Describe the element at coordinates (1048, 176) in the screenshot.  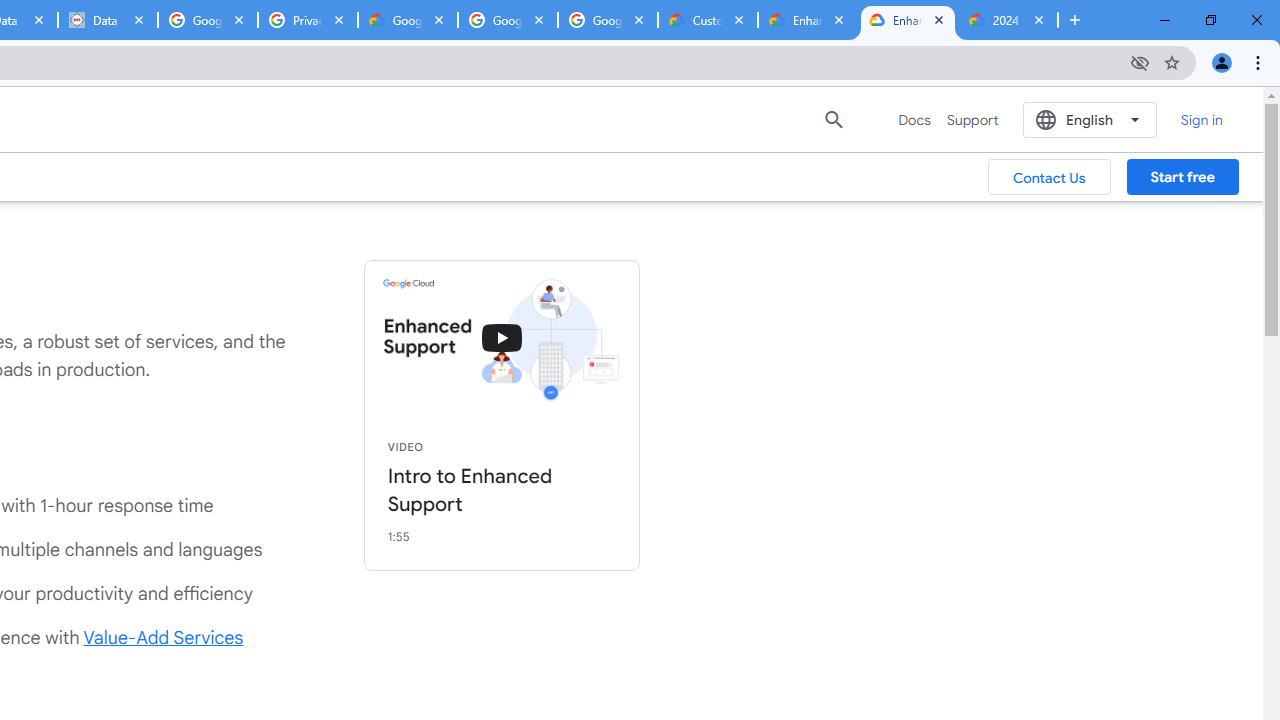
I see `'Contact Us'` at that location.